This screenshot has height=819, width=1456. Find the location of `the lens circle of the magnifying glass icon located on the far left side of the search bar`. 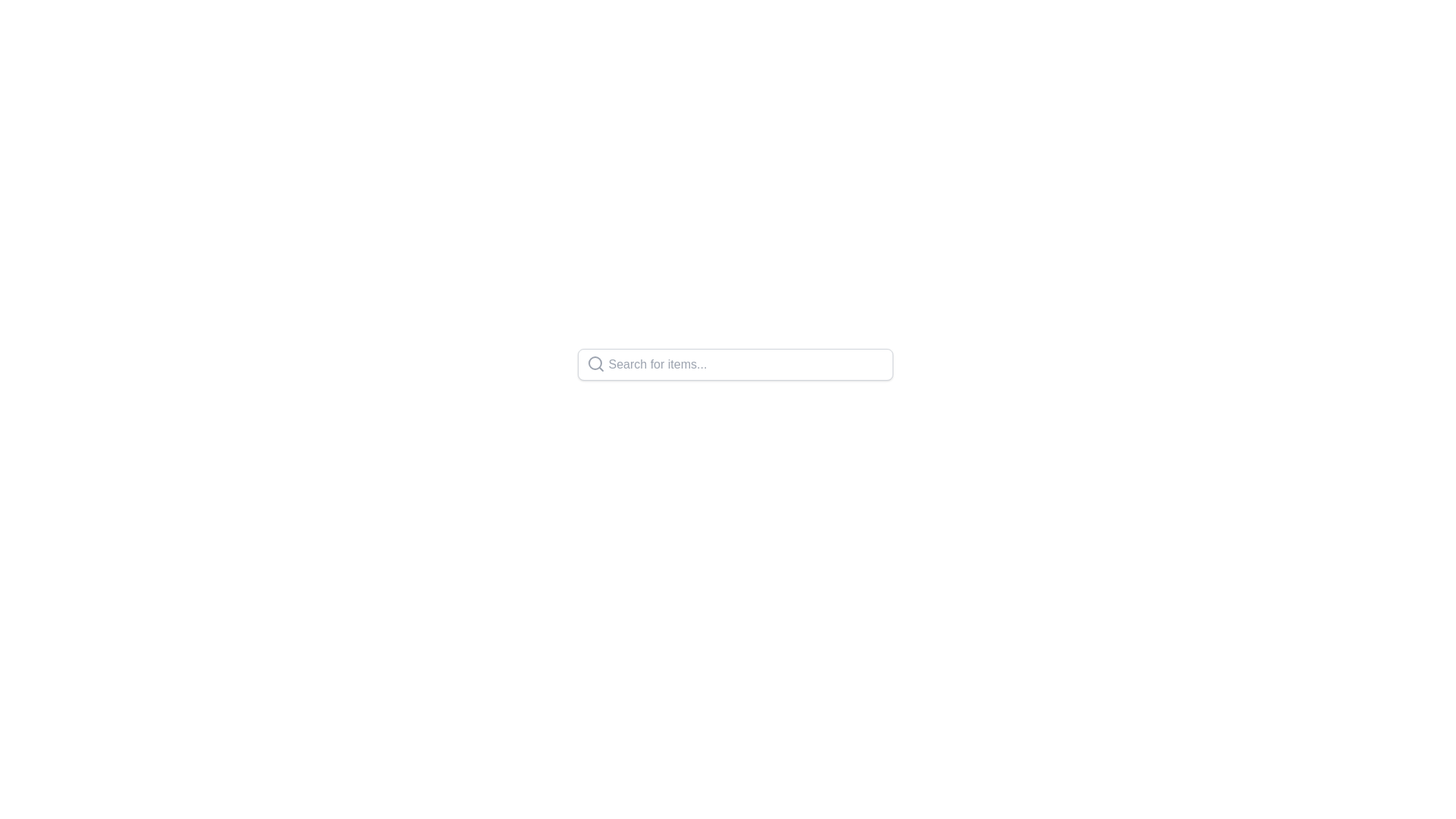

the lens circle of the magnifying glass icon located on the far left side of the search bar is located at coordinates (594, 362).